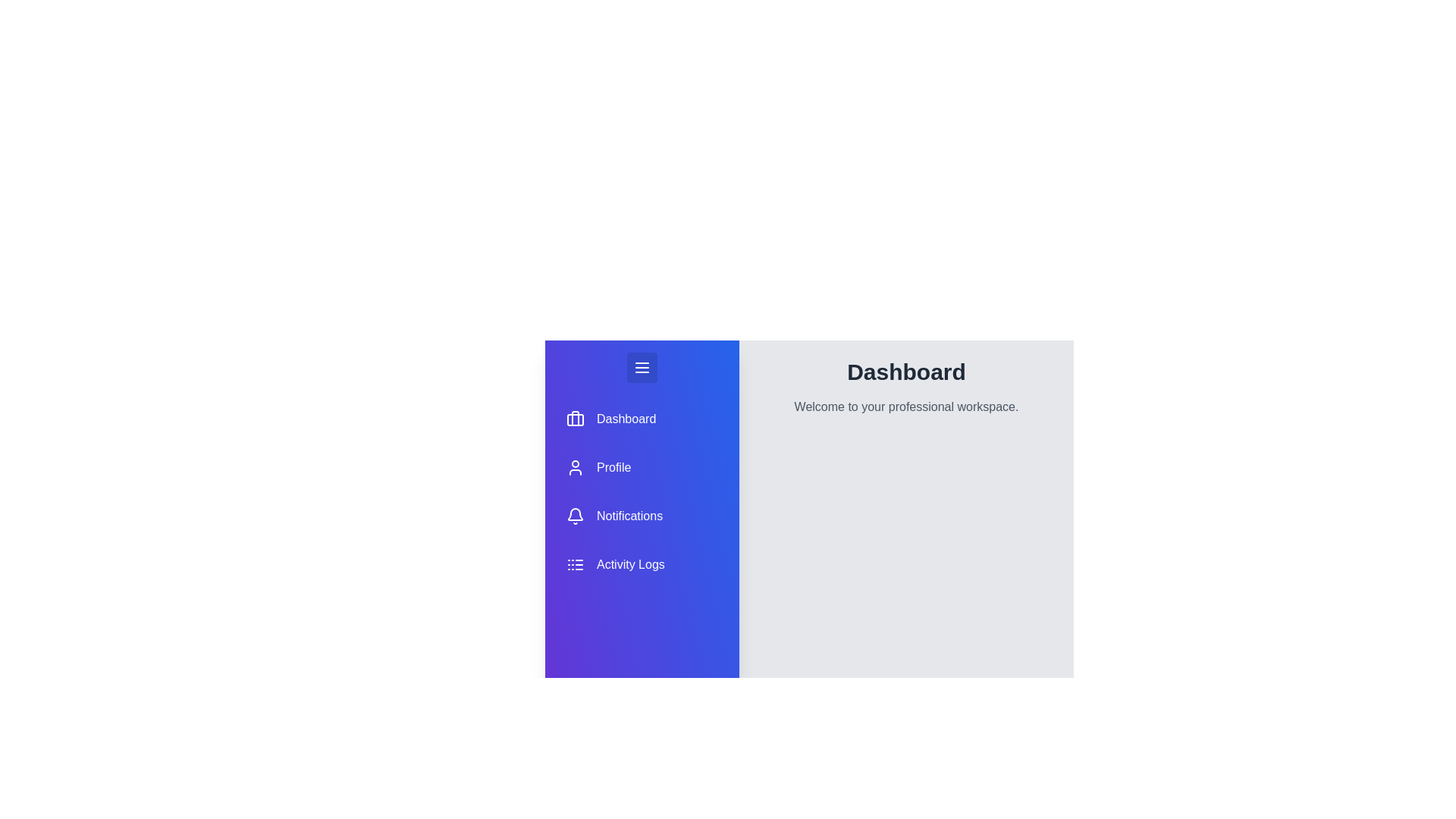  What do you see at coordinates (642, 564) in the screenshot?
I see `the menu item corresponding to Activity Logs to navigate to its respective section` at bounding box center [642, 564].